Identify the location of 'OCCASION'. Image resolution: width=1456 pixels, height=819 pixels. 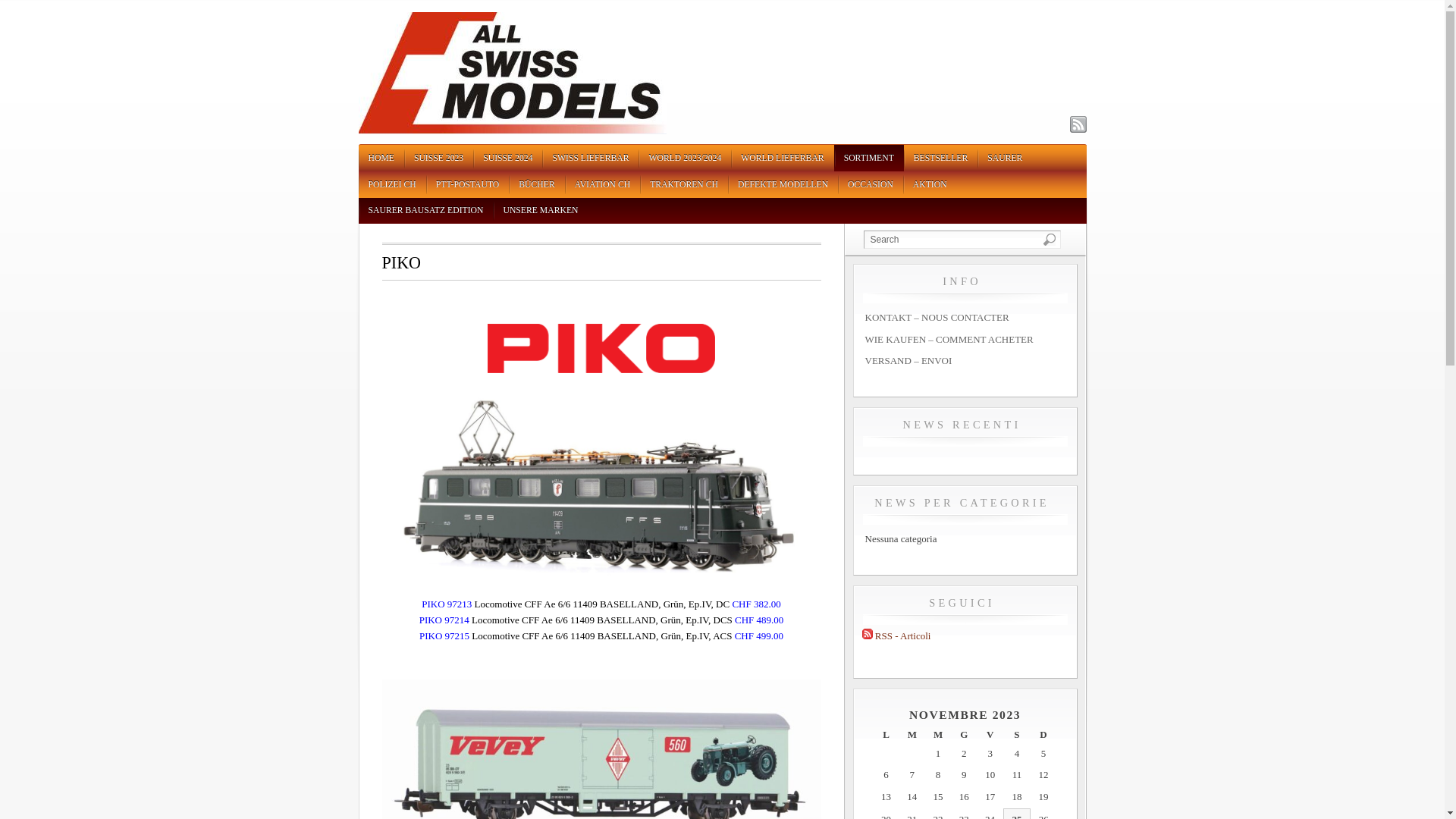
(836, 184).